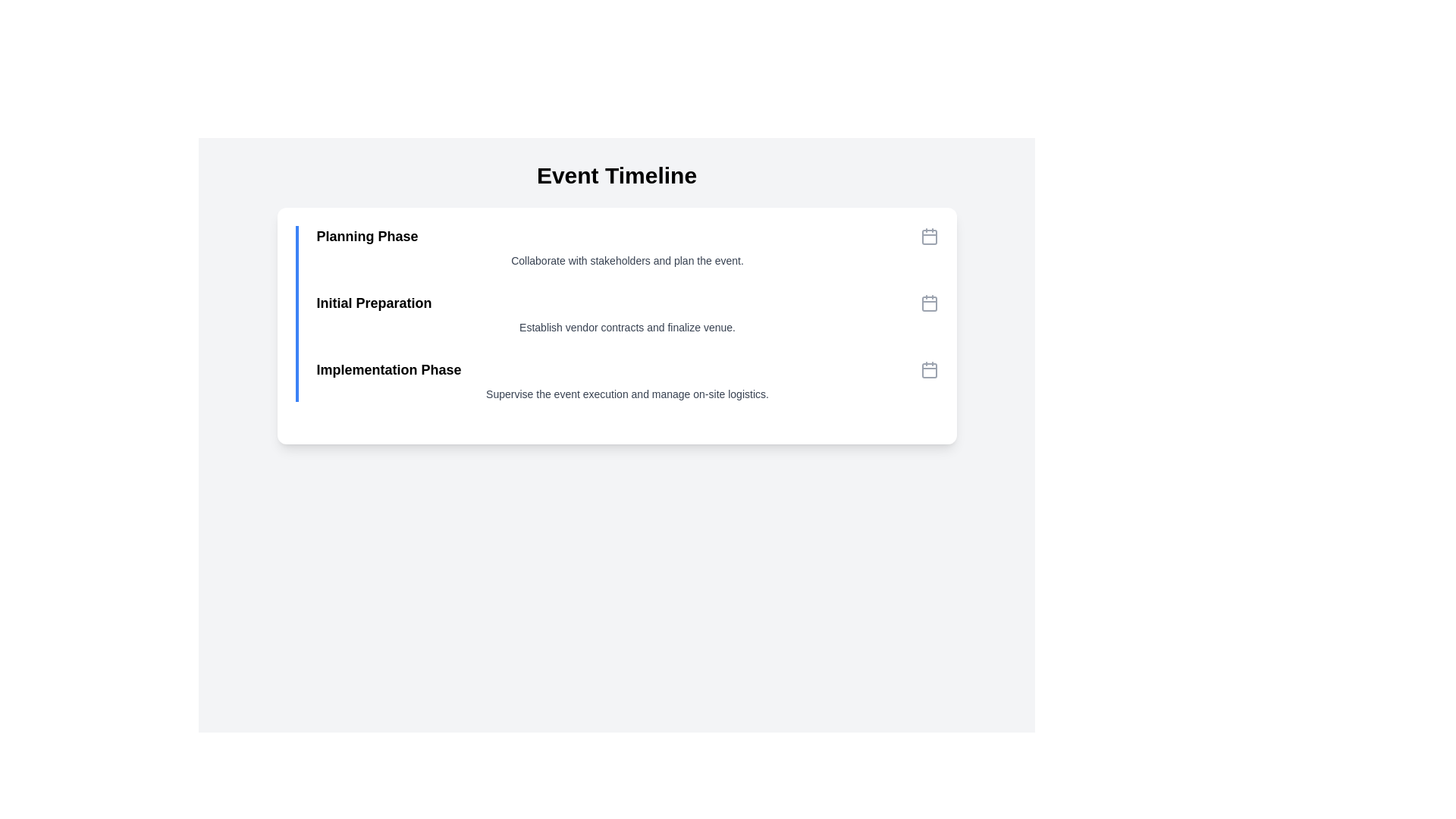  What do you see at coordinates (389, 370) in the screenshot?
I see `the styled text component displaying 'Implementation Phase', which is the last item in a vertical list of phases, positioned below 'Initial Preparation'` at bounding box center [389, 370].